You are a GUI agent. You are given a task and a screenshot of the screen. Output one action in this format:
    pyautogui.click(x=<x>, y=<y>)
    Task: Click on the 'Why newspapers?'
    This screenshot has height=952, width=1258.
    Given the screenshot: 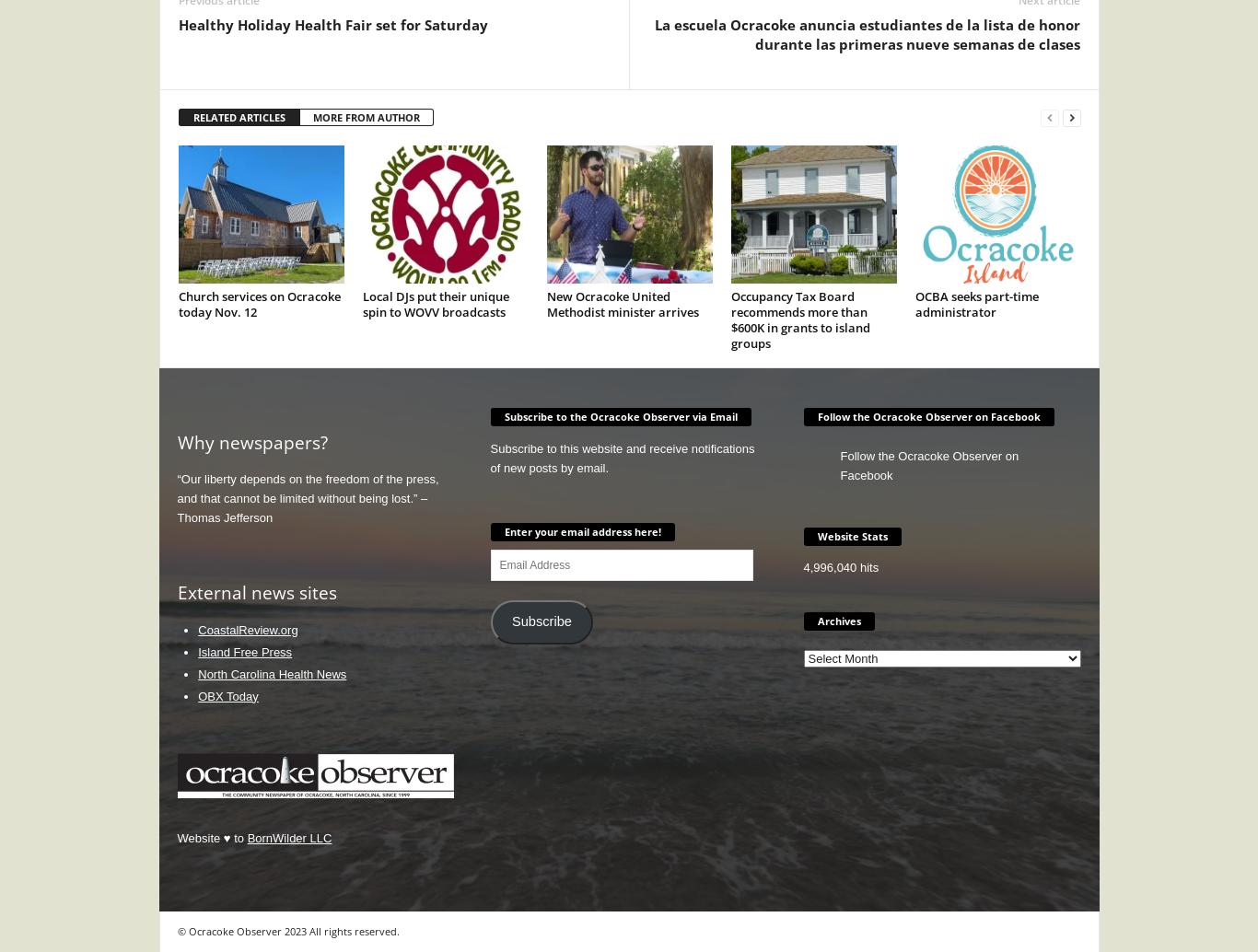 What is the action you would take?
    pyautogui.click(x=251, y=440)
    